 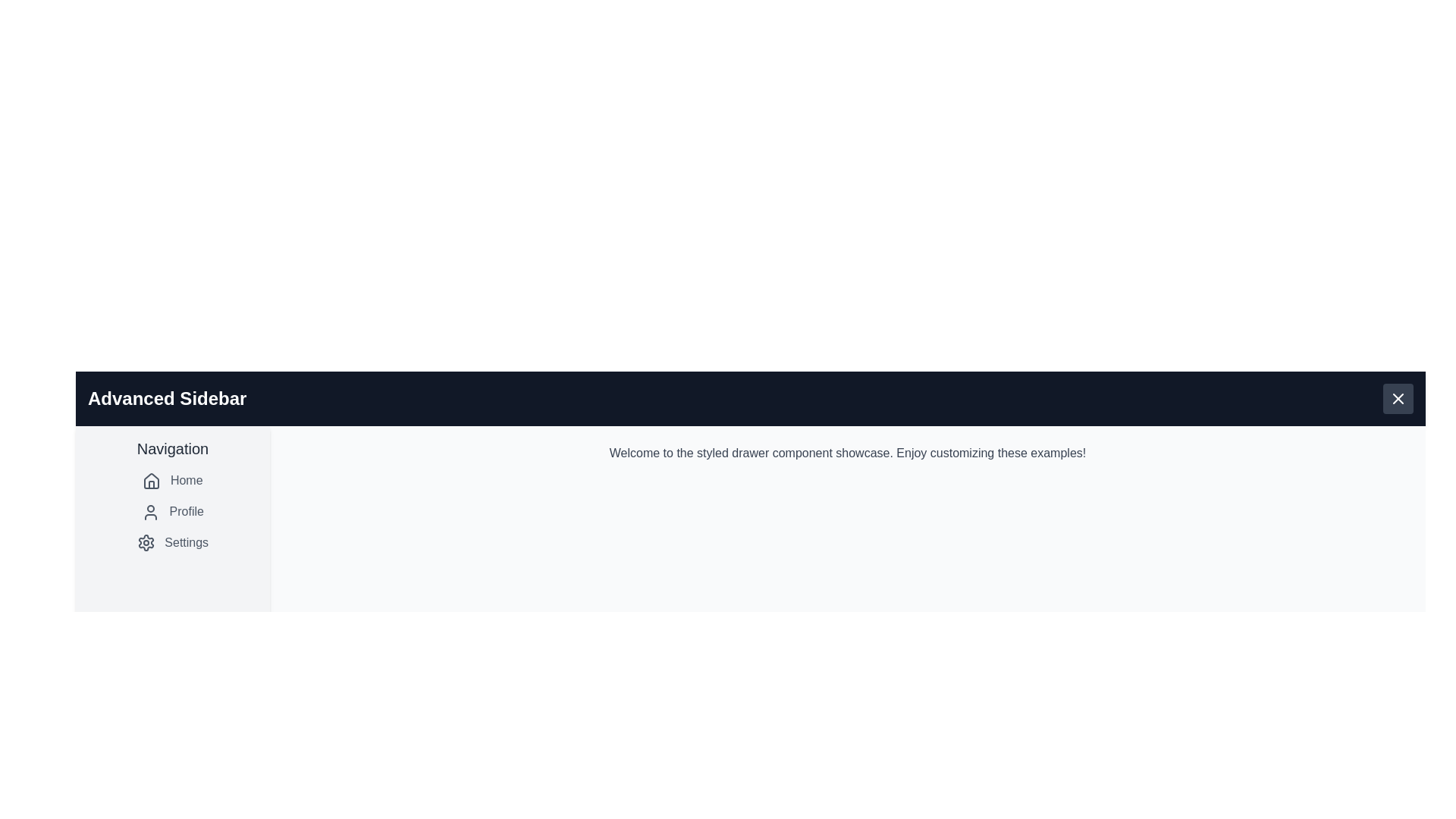 I want to click on the 'Navigation' text label at the top of the sidebar, which serves as a heading for the options below, so click(x=172, y=447).